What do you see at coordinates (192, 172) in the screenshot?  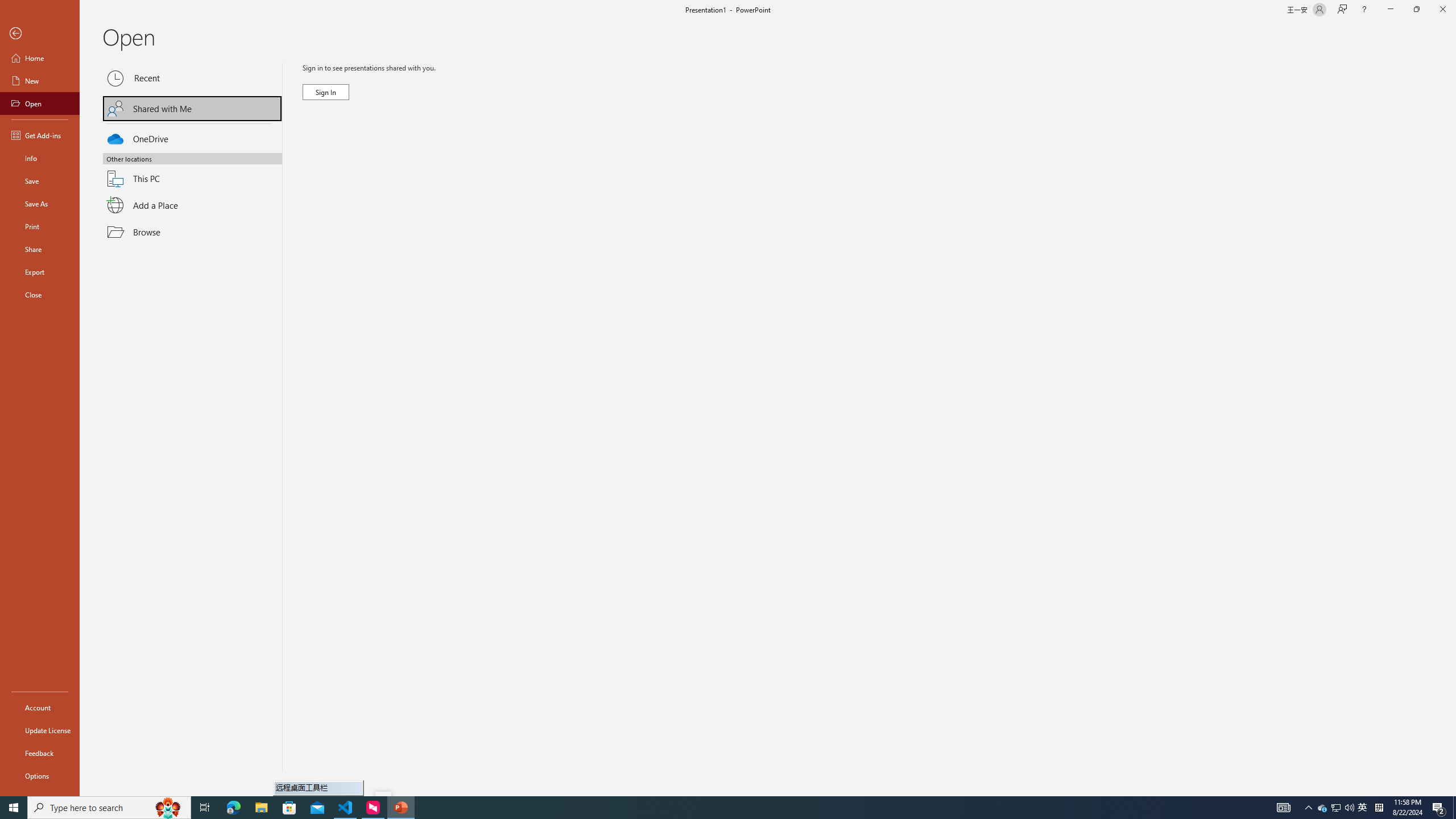 I see `'This PC'` at bounding box center [192, 172].